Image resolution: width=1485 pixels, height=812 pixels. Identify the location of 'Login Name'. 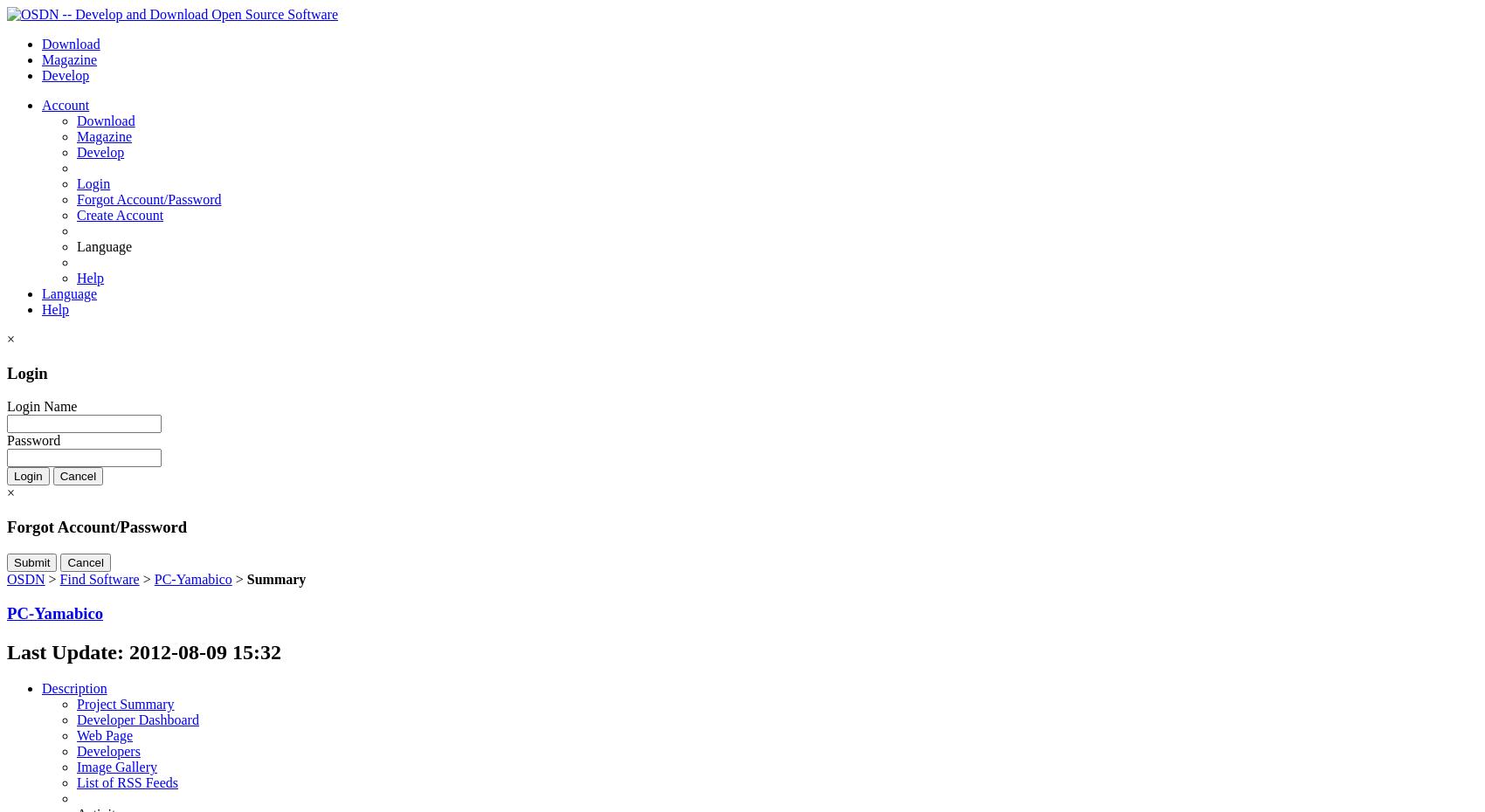
(41, 406).